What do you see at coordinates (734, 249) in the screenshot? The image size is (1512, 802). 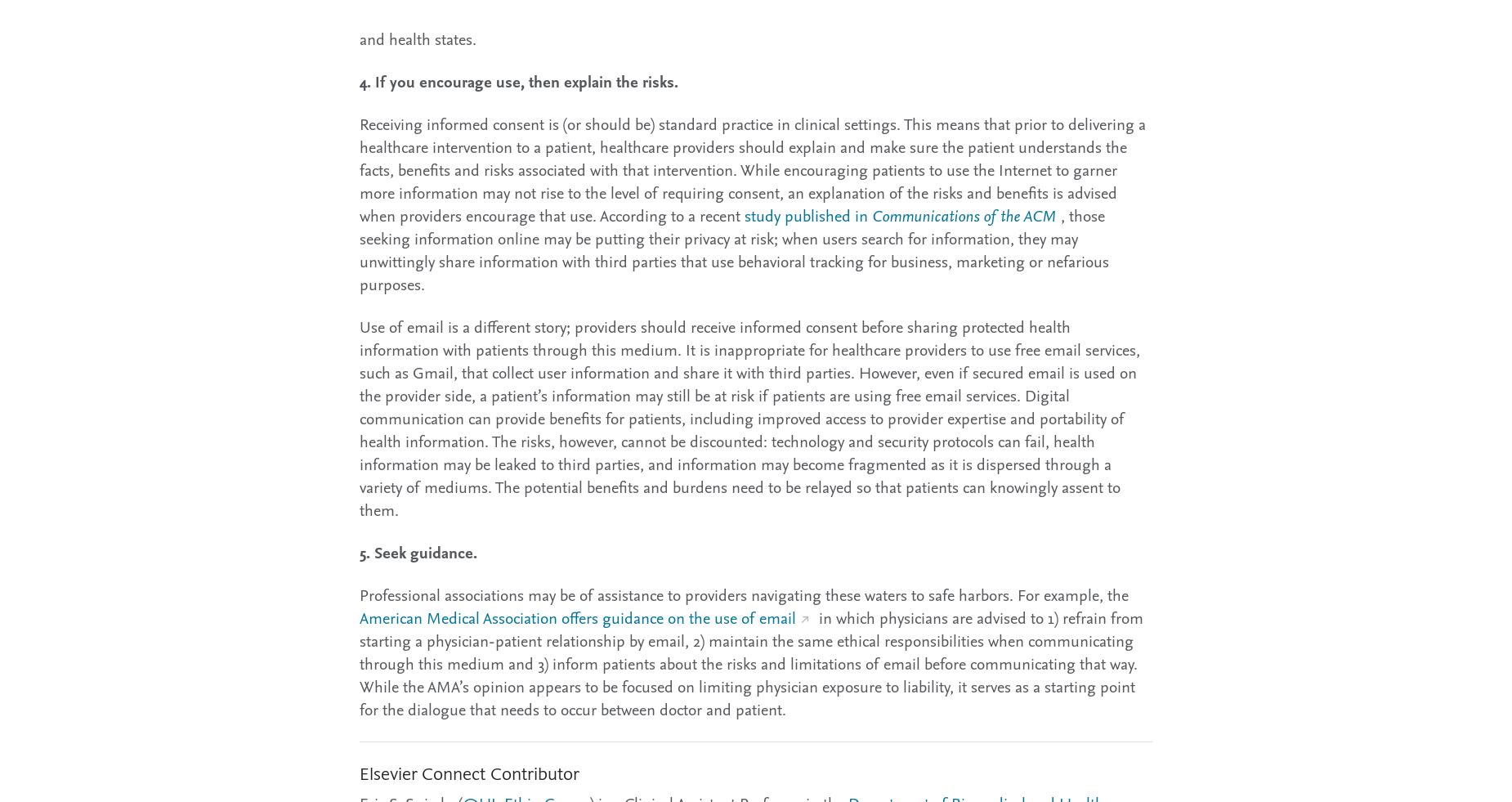 I see `', those seeking information online may be putting their privacy at risk; when users search for information, they may unwittingly share information with third parties that use behavioral tracking for business, marketing or nefarious purposes.'` at bounding box center [734, 249].